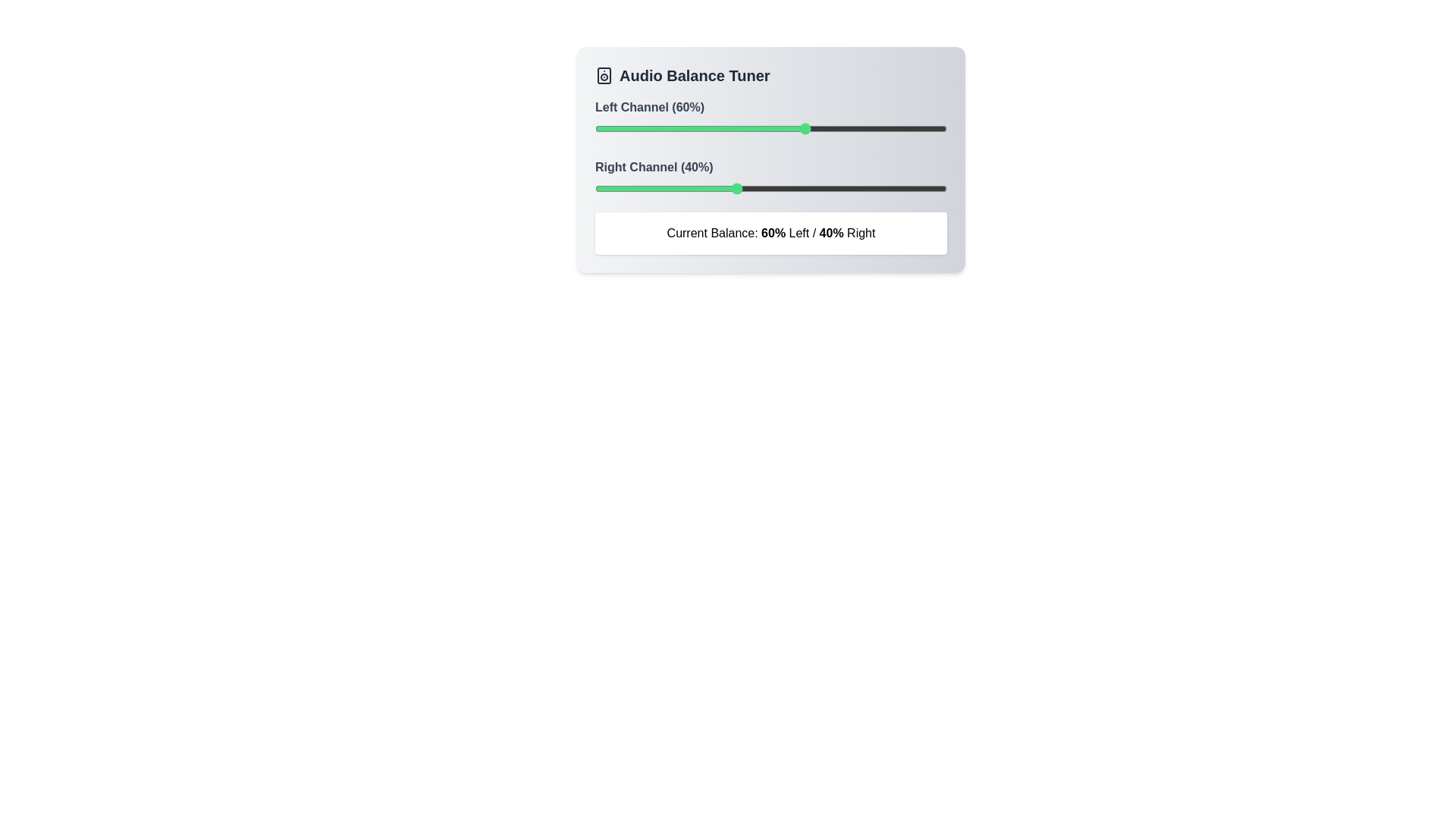 The image size is (1456, 819). I want to click on the balance of the 0 channel to 71%, so click(844, 127).